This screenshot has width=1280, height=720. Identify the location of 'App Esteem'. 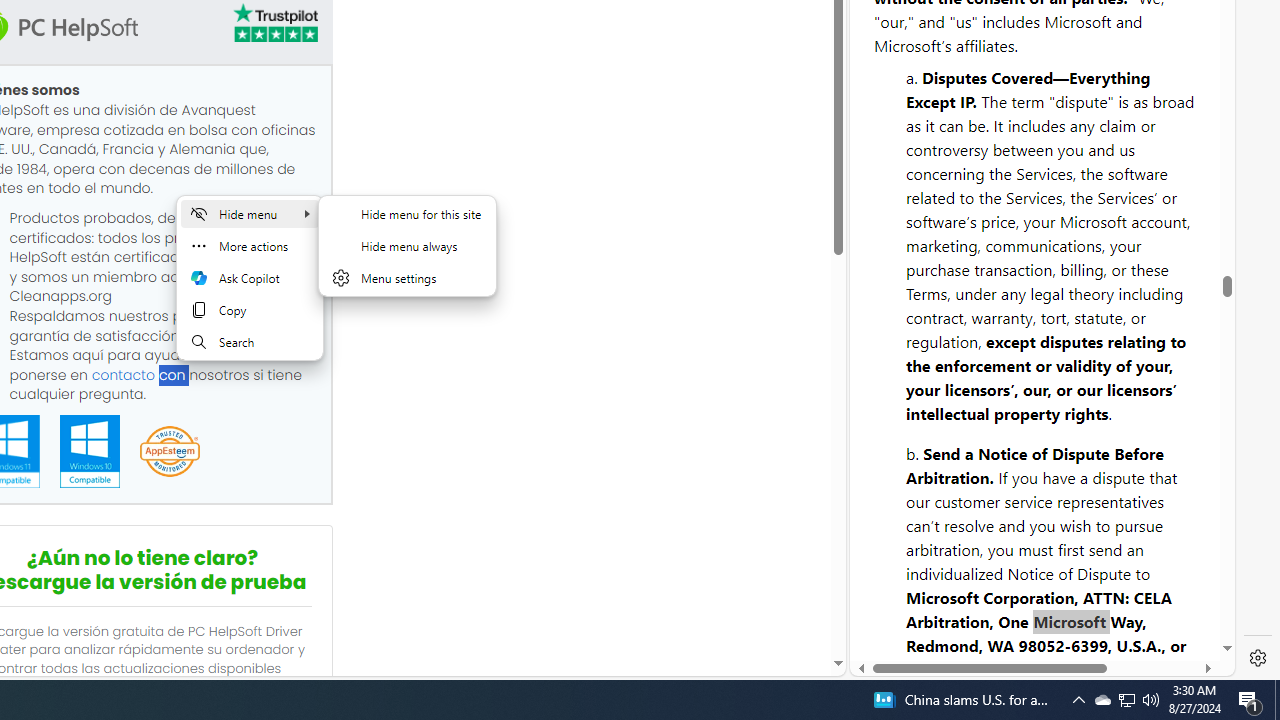
(169, 452).